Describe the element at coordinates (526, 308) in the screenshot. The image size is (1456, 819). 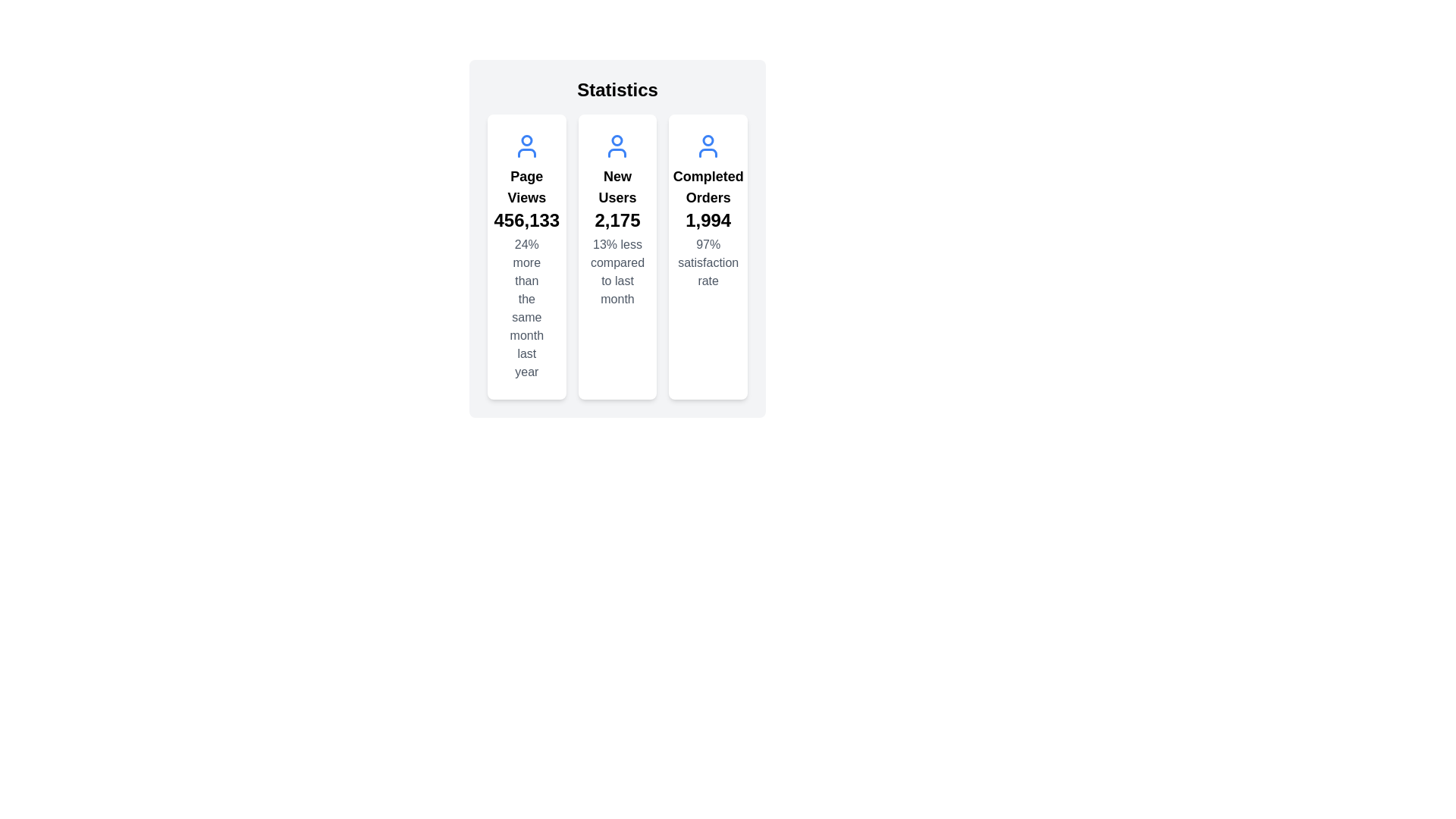
I see `the comparative statistic text related to 'Page Views' which is located under the text 'Page Views' and the numerical text '456,133' in the leftmost panel` at that location.